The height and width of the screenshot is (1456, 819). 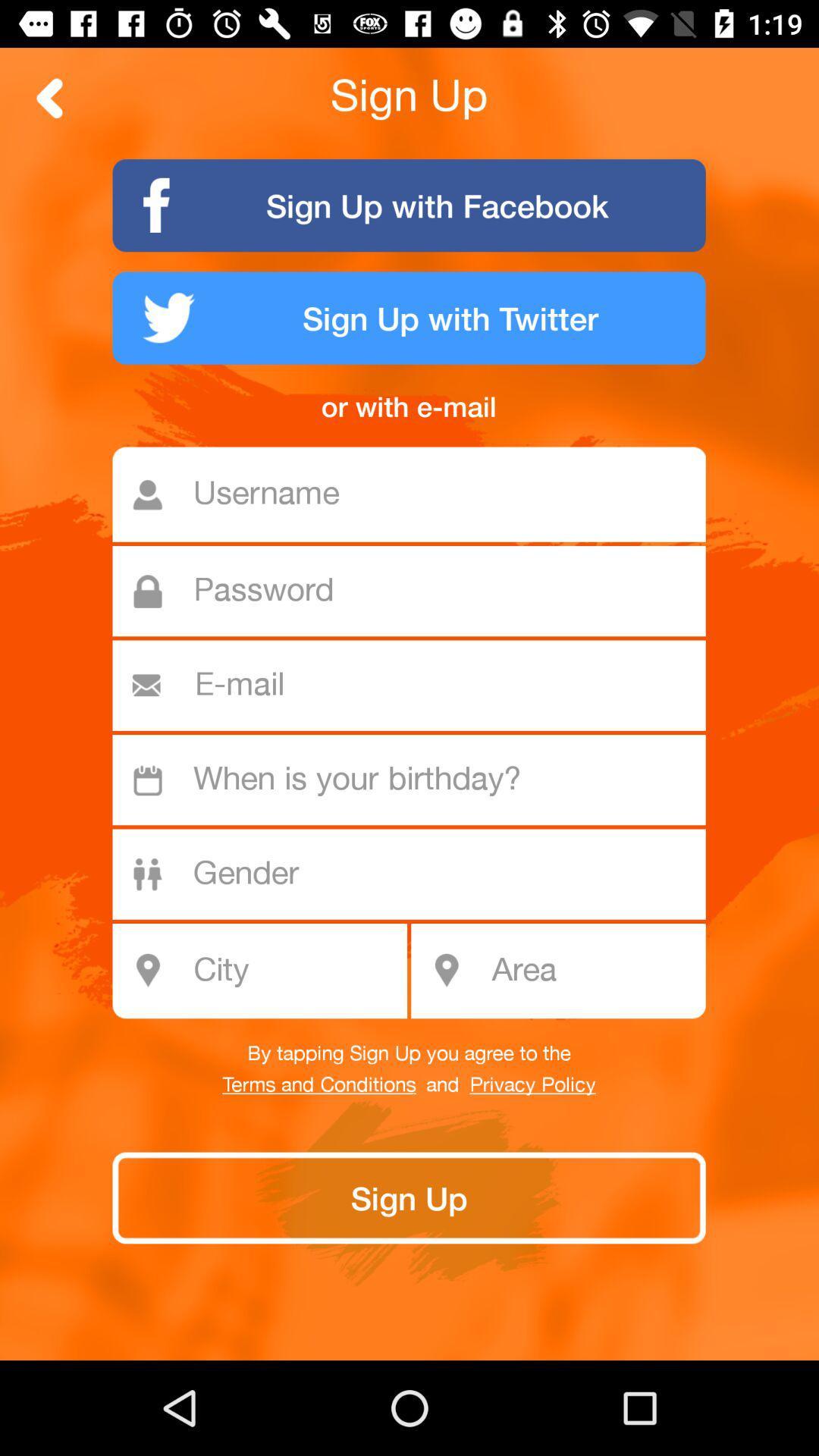 I want to click on icon to the right of the and, so click(x=532, y=1084).